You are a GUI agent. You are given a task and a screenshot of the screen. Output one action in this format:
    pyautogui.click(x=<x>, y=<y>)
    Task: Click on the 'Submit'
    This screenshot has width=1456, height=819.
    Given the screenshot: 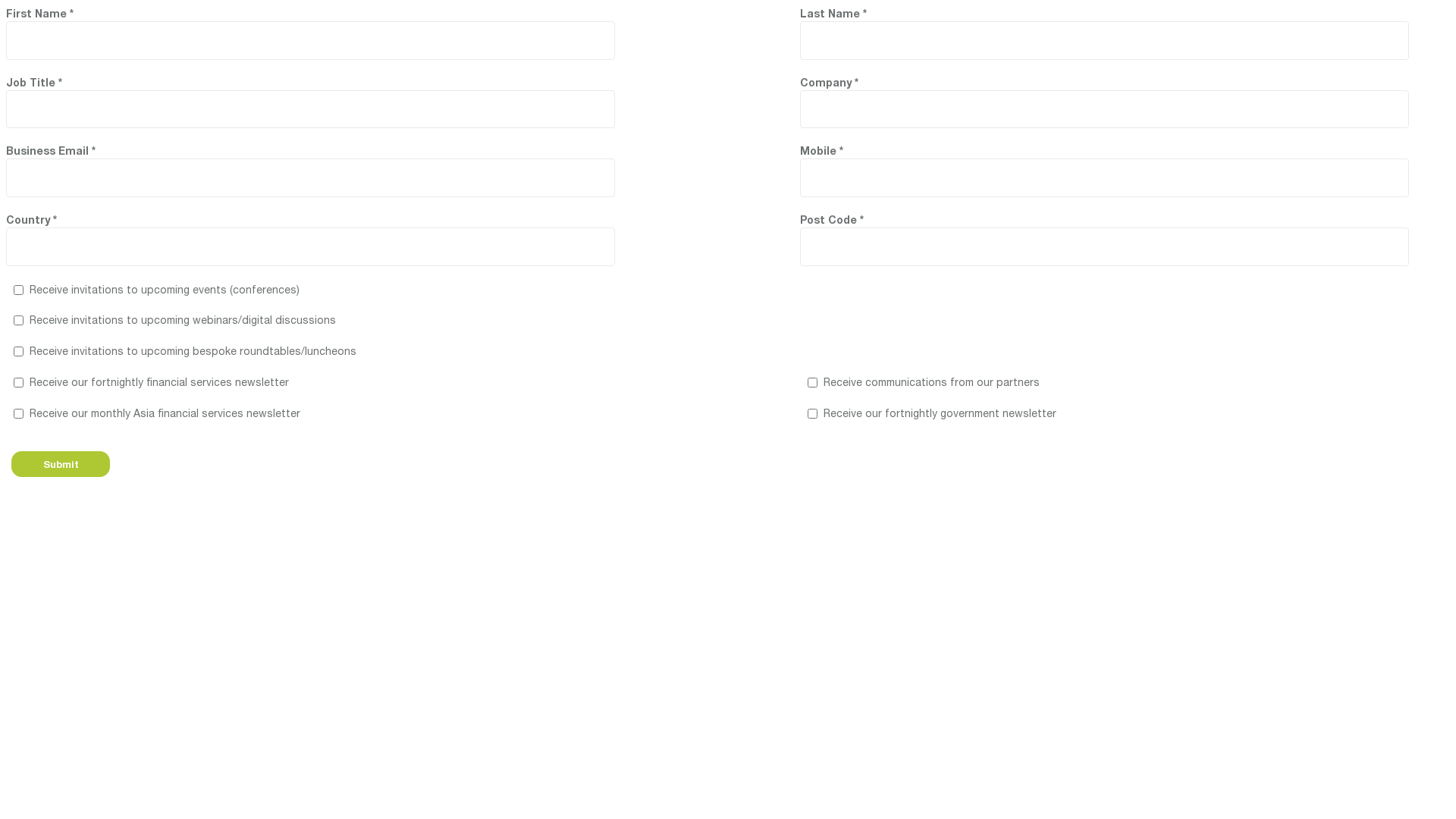 What is the action you would take?
    pyautogui.click(x=61, y=463)
    